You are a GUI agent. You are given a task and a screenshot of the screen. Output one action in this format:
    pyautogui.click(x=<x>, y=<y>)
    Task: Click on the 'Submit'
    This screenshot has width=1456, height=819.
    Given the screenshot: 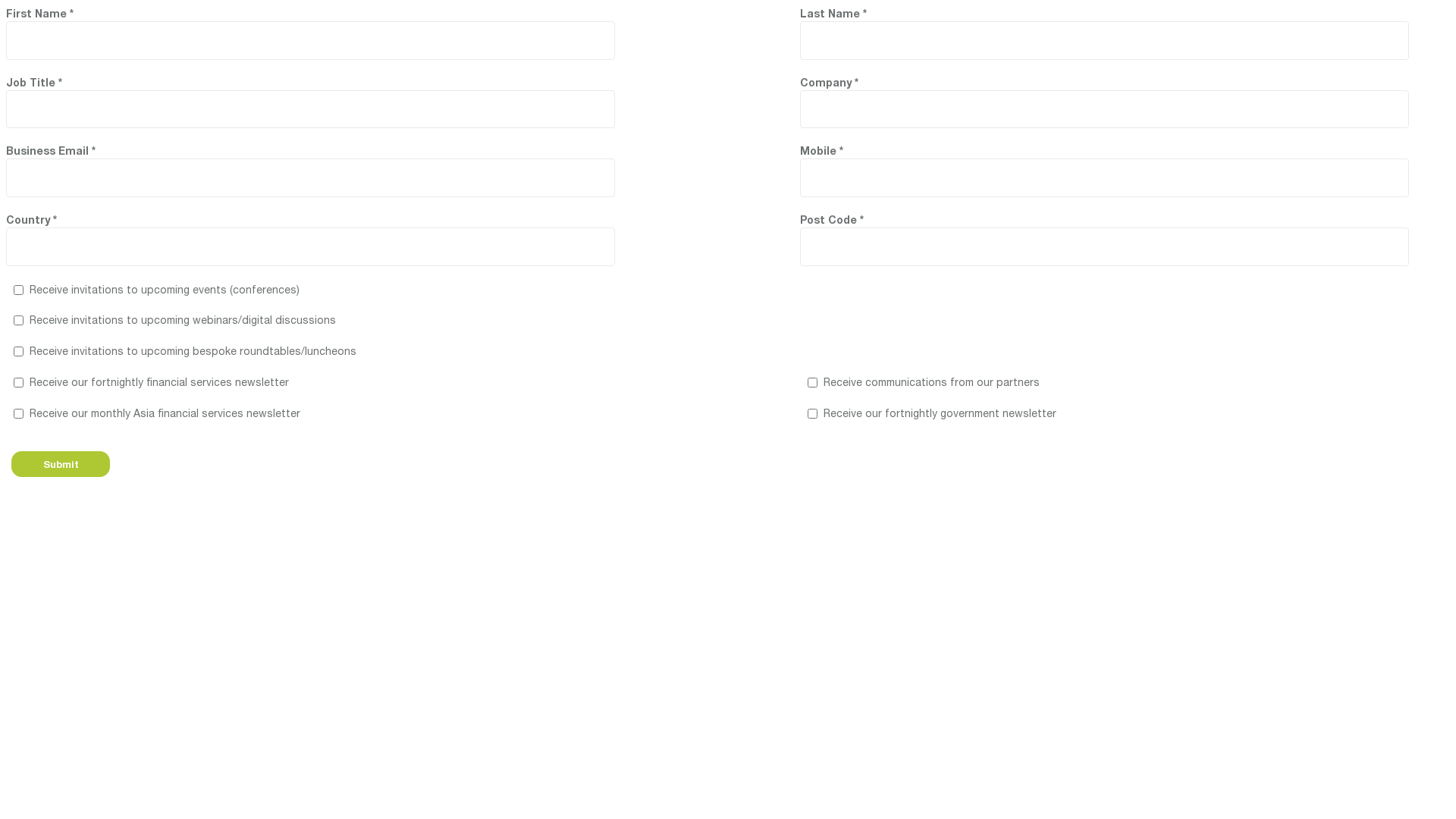 What is the action you would take?
    pyautogui.click(x=61, y=463)
    